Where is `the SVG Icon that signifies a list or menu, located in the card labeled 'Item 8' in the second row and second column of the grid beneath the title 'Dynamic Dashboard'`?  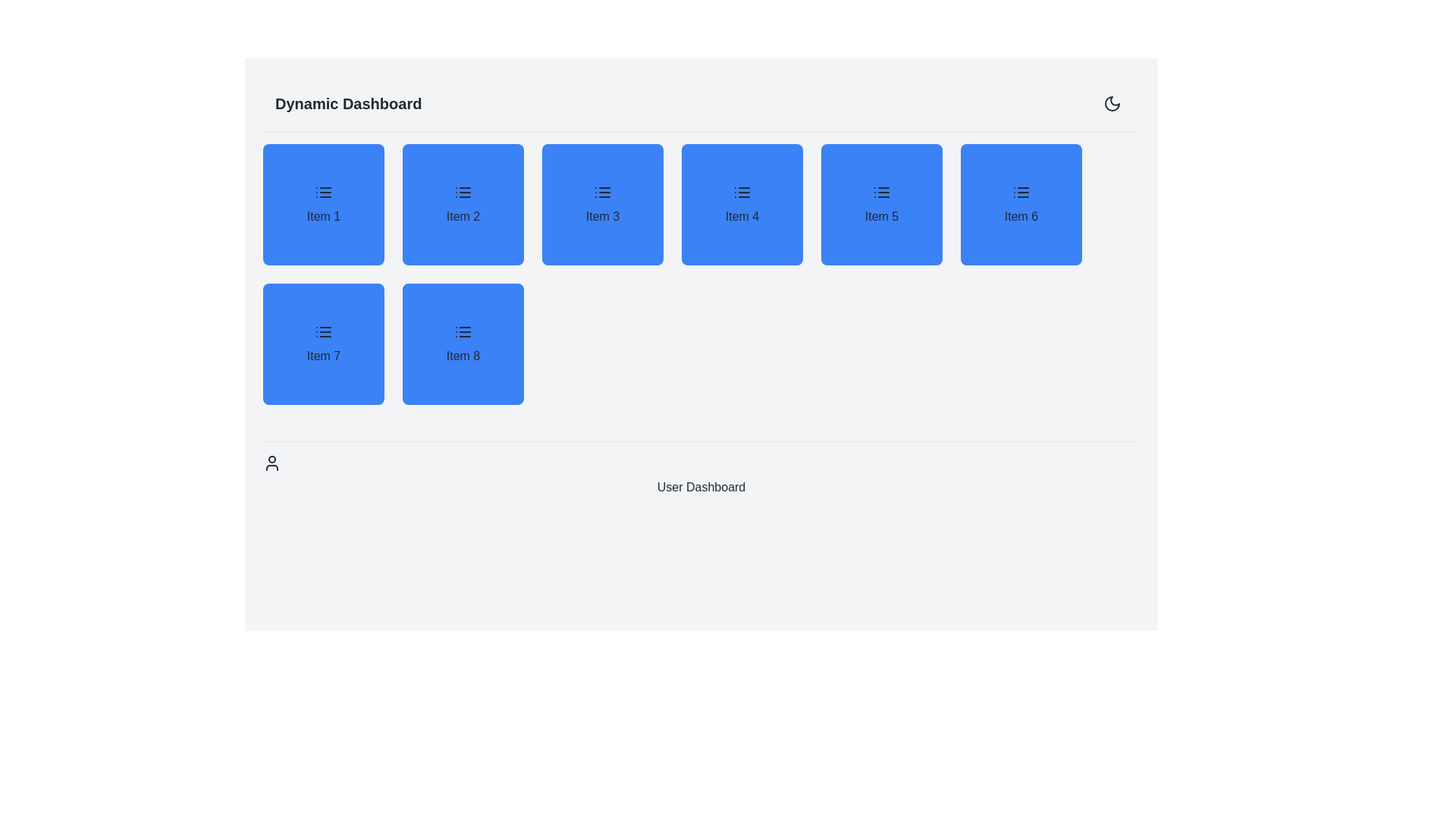 the SVG Icon that signifies a list or menu, located in the card labeled 'Item 8' in the second row and second column of the grid beneath the title 'Dynamic Dashboard' is located at coordinates (462, 331).